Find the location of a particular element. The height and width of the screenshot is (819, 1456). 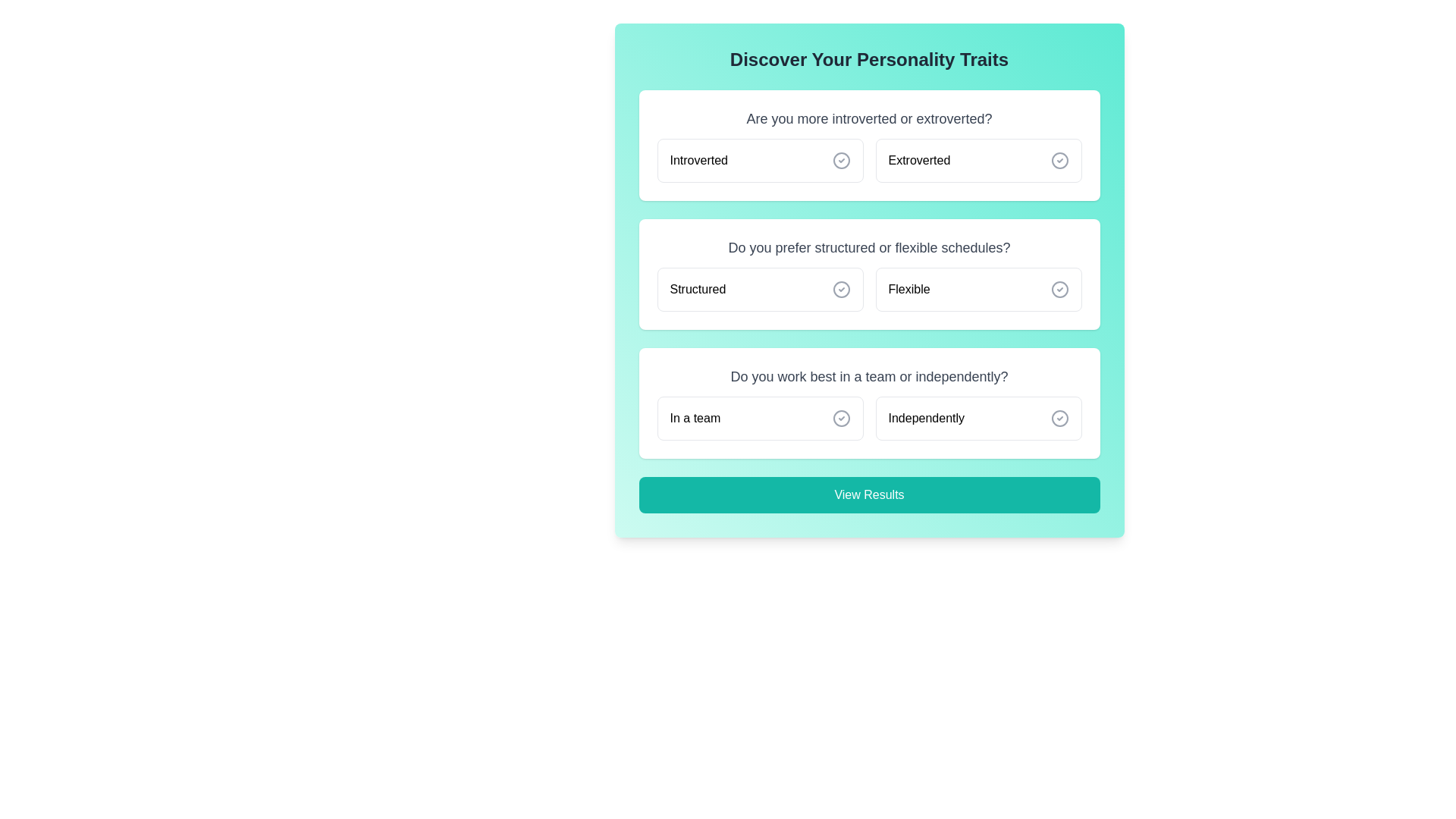

the 'Introverted' text label representing an answer choice for the first question in the personality traits questionnaire located under the heading 'Are you more introverted or extroverted?' is located at coordinates (698, 161).